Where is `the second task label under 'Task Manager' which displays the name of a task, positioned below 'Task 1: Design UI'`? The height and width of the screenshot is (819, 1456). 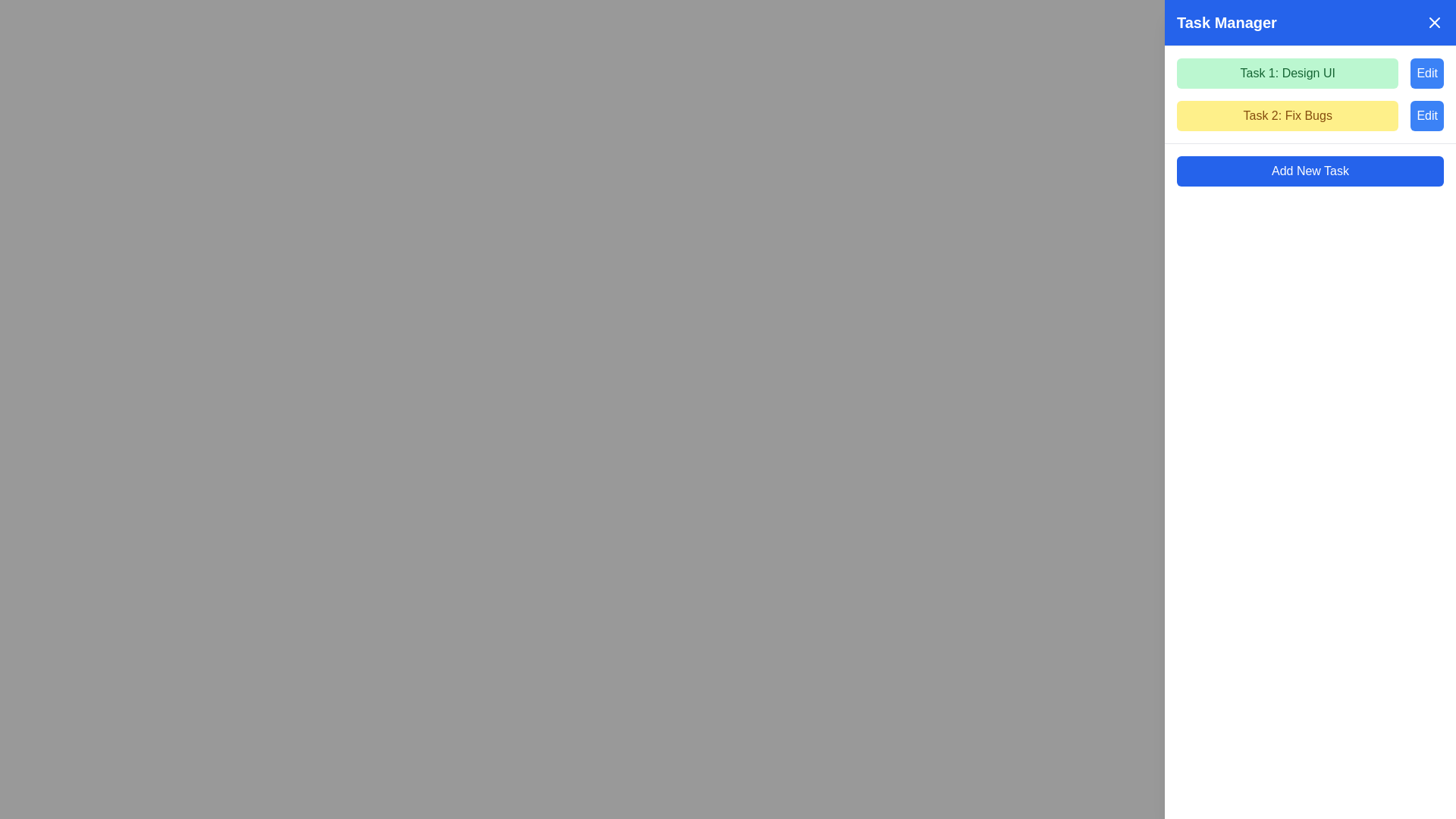
the second task label under 'Task Manager' which displays the name of a task, positioned below 'Task 1: Design UI' is located at coordinates (1287, 115).